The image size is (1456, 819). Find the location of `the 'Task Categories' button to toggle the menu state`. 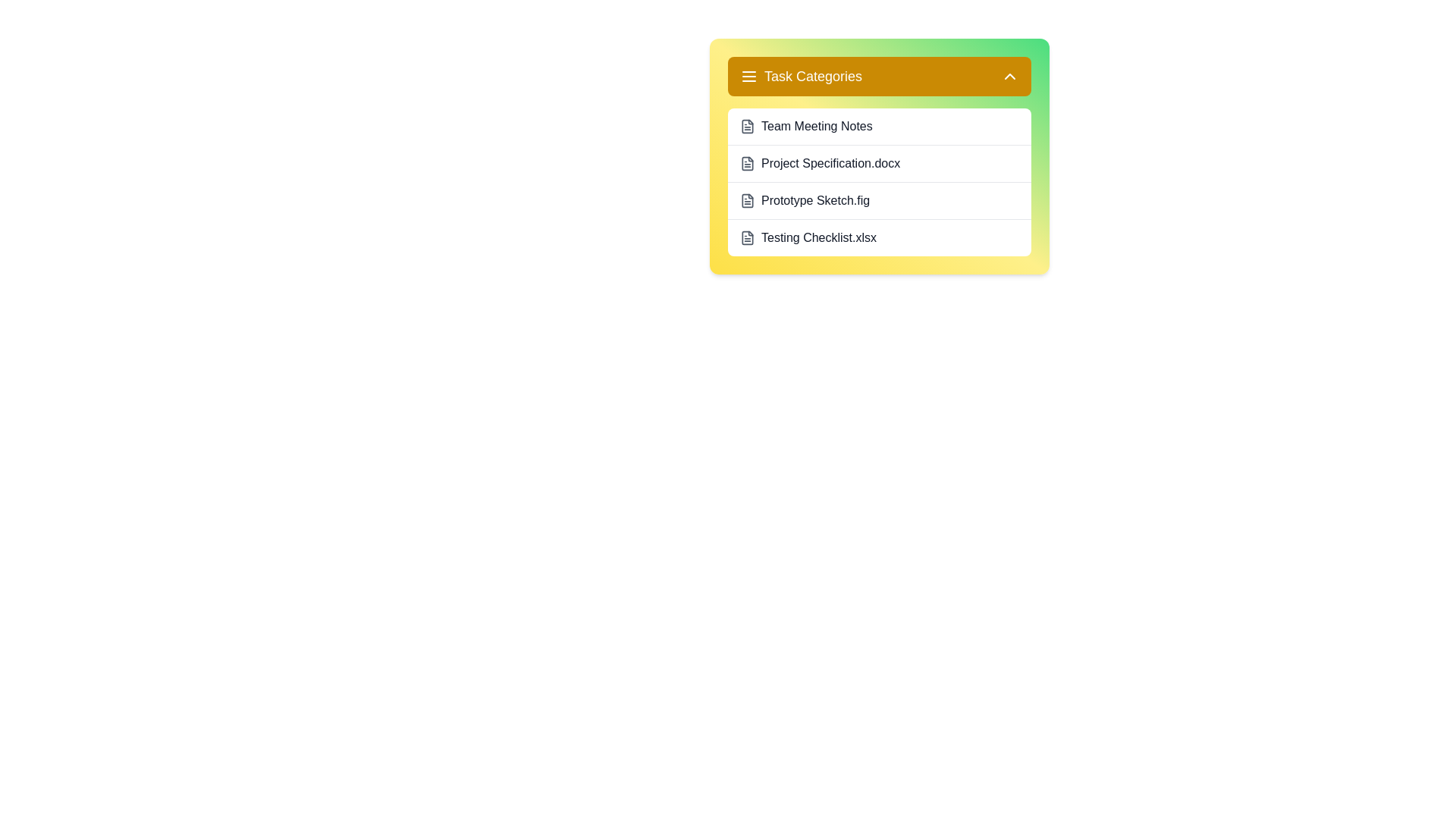

the 'Task Categories' button to toggle the menu state is located at coordinates (880, 76).